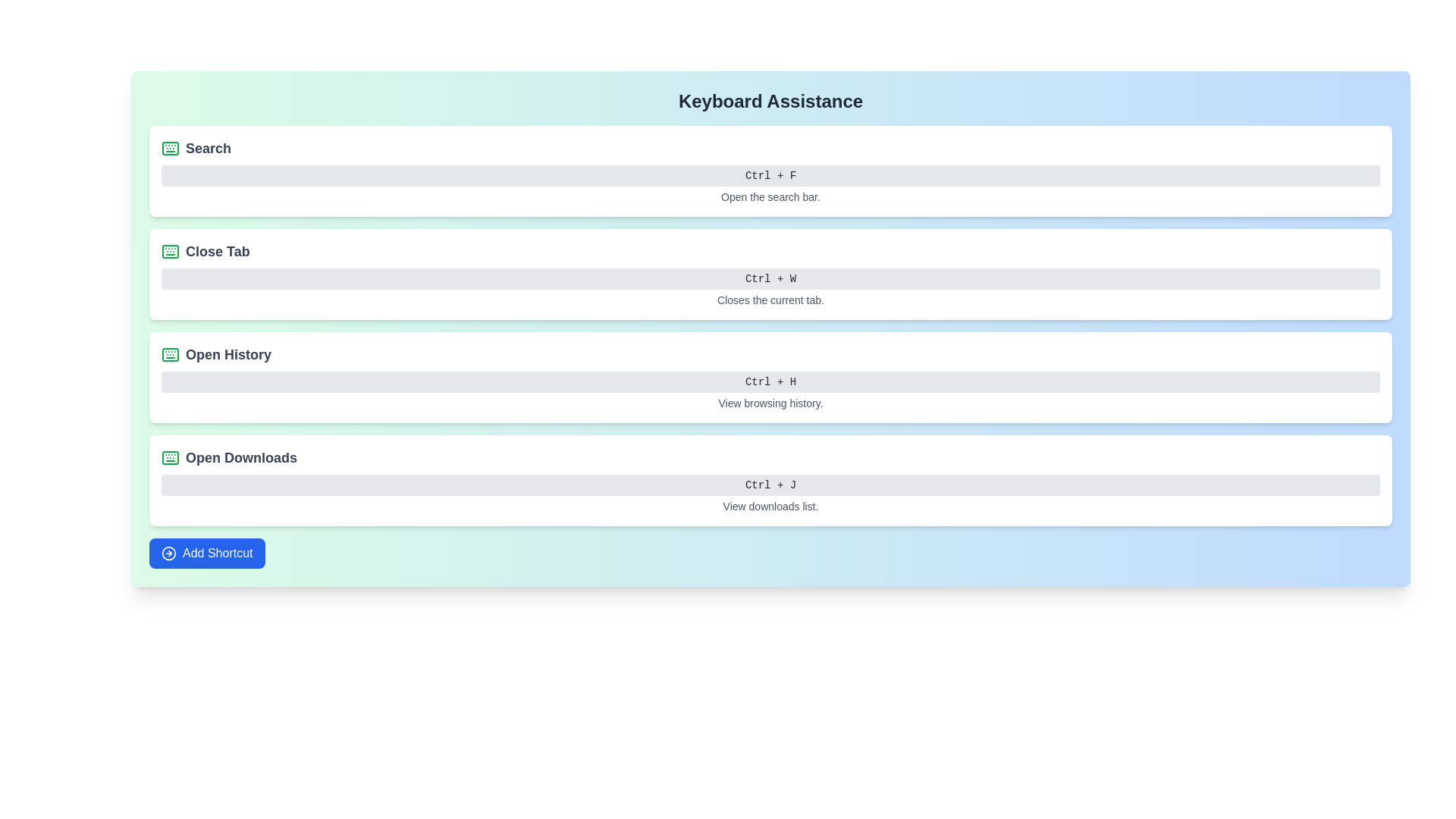 This screenshot has height=819, width=1456. I want to click on the 'Close Tab' label, which is styled with a larger, semi-bold gray font and is located within a UI card in the second row, positioned below the 'Search' card and above the 'Open History' card, so click(217, 250).